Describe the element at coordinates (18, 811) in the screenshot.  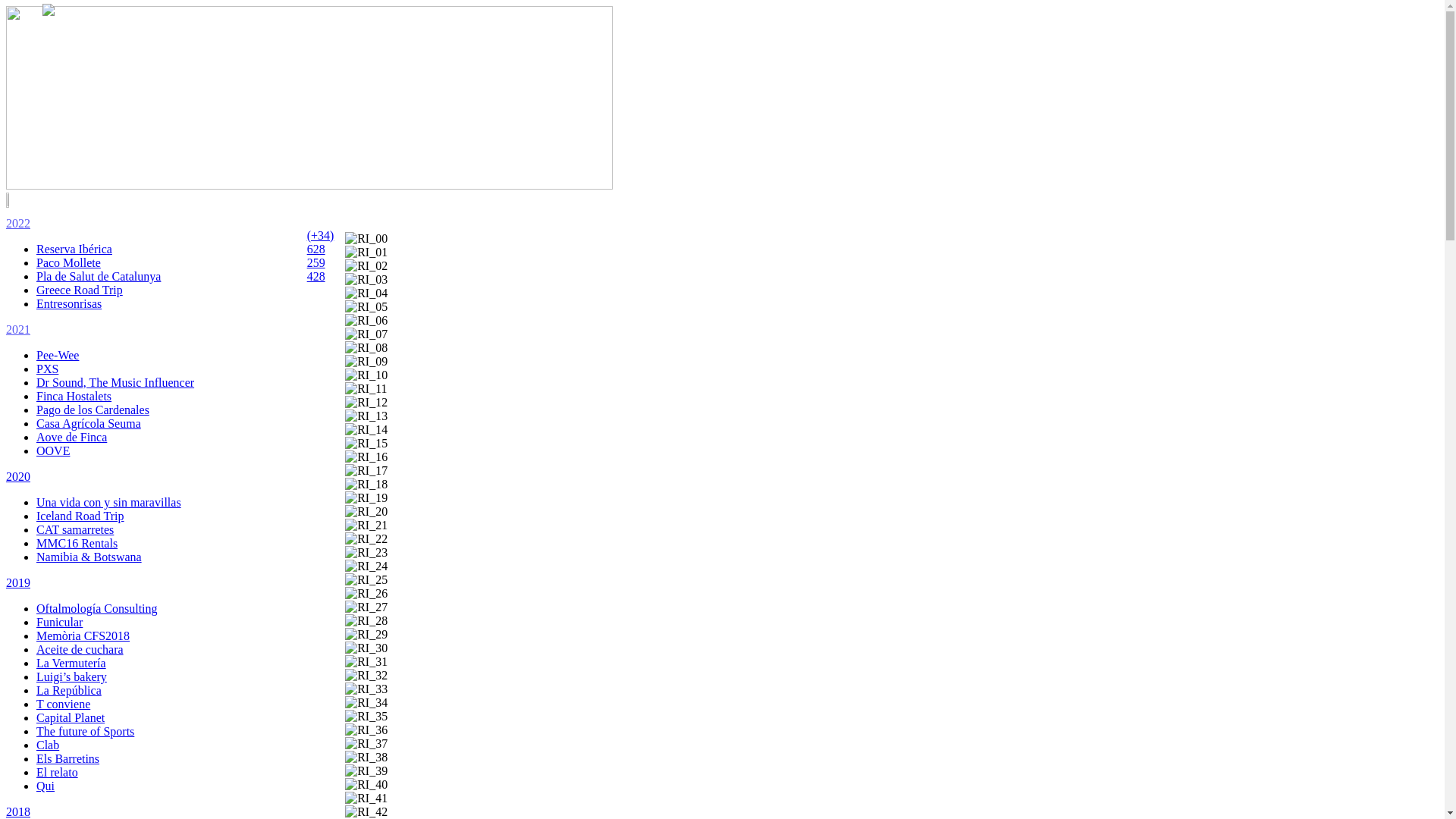
I see `'2018'` at that location.